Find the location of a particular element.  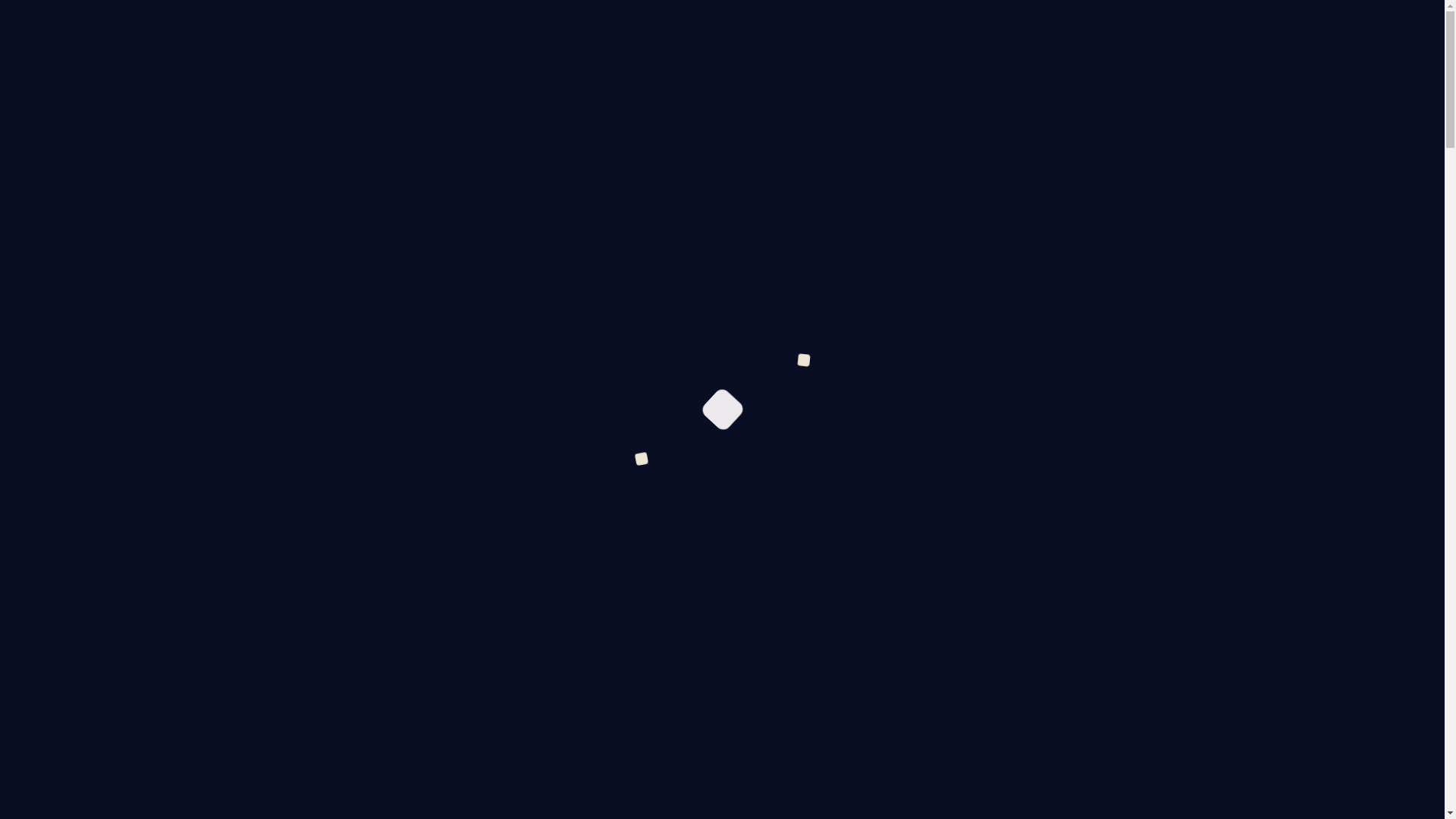

'Skinchanger.cc' is located at coordinates (0, 25).